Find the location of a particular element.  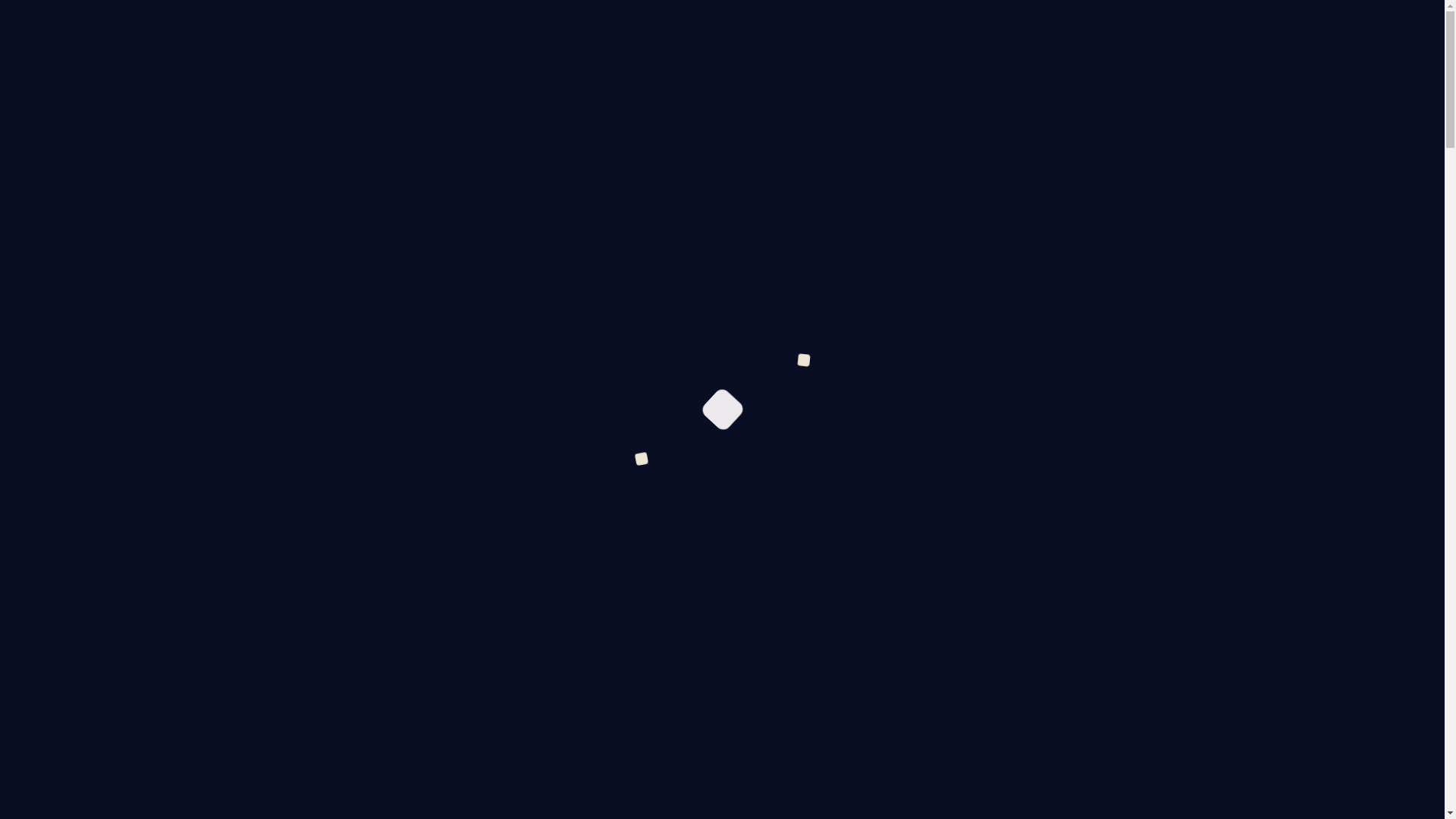

'Skinchanger.cc' is located at coordinates (0, 25).